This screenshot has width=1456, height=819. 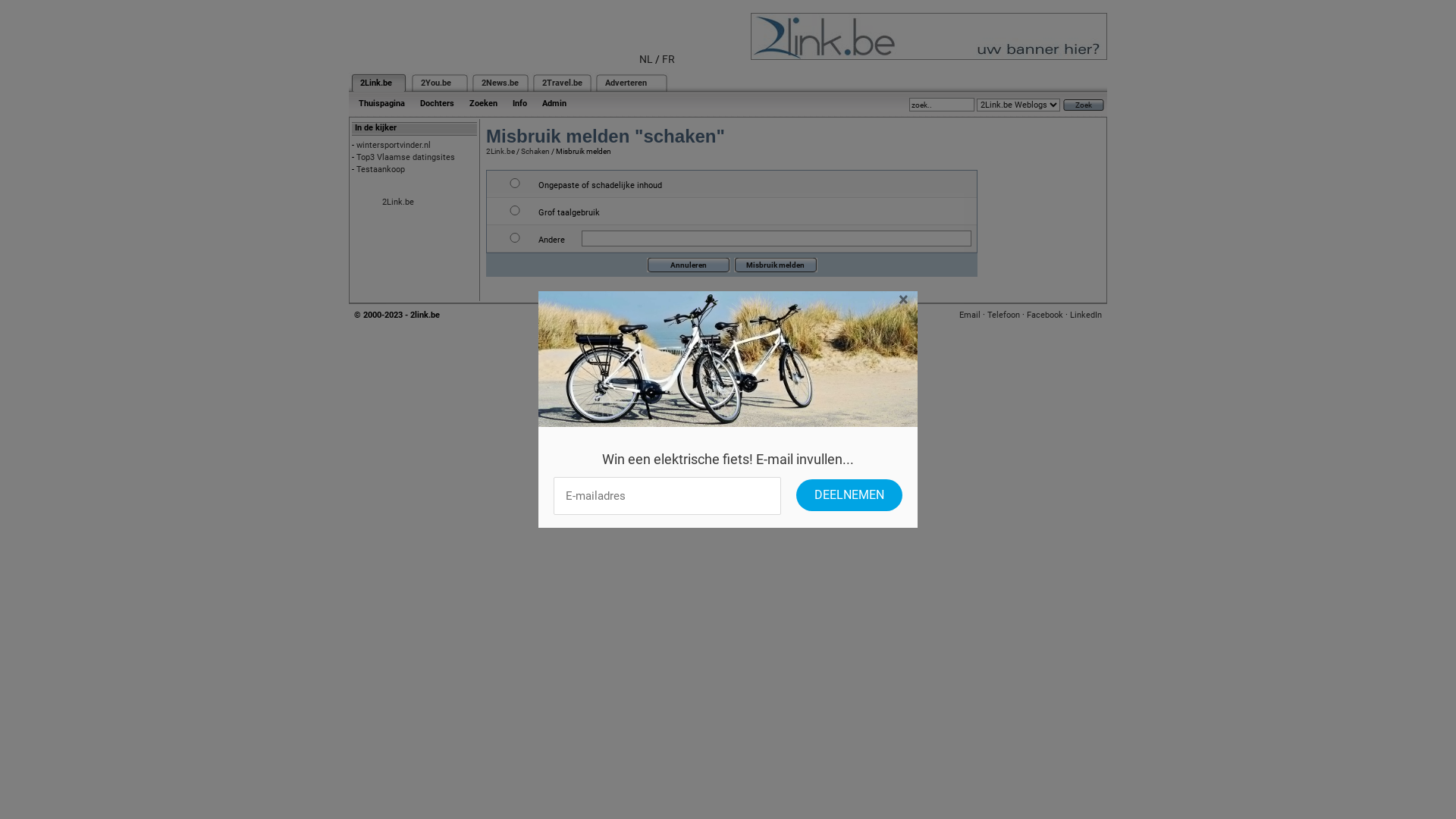 I want to click on 'Facebook', so click(x=1043, y=314).